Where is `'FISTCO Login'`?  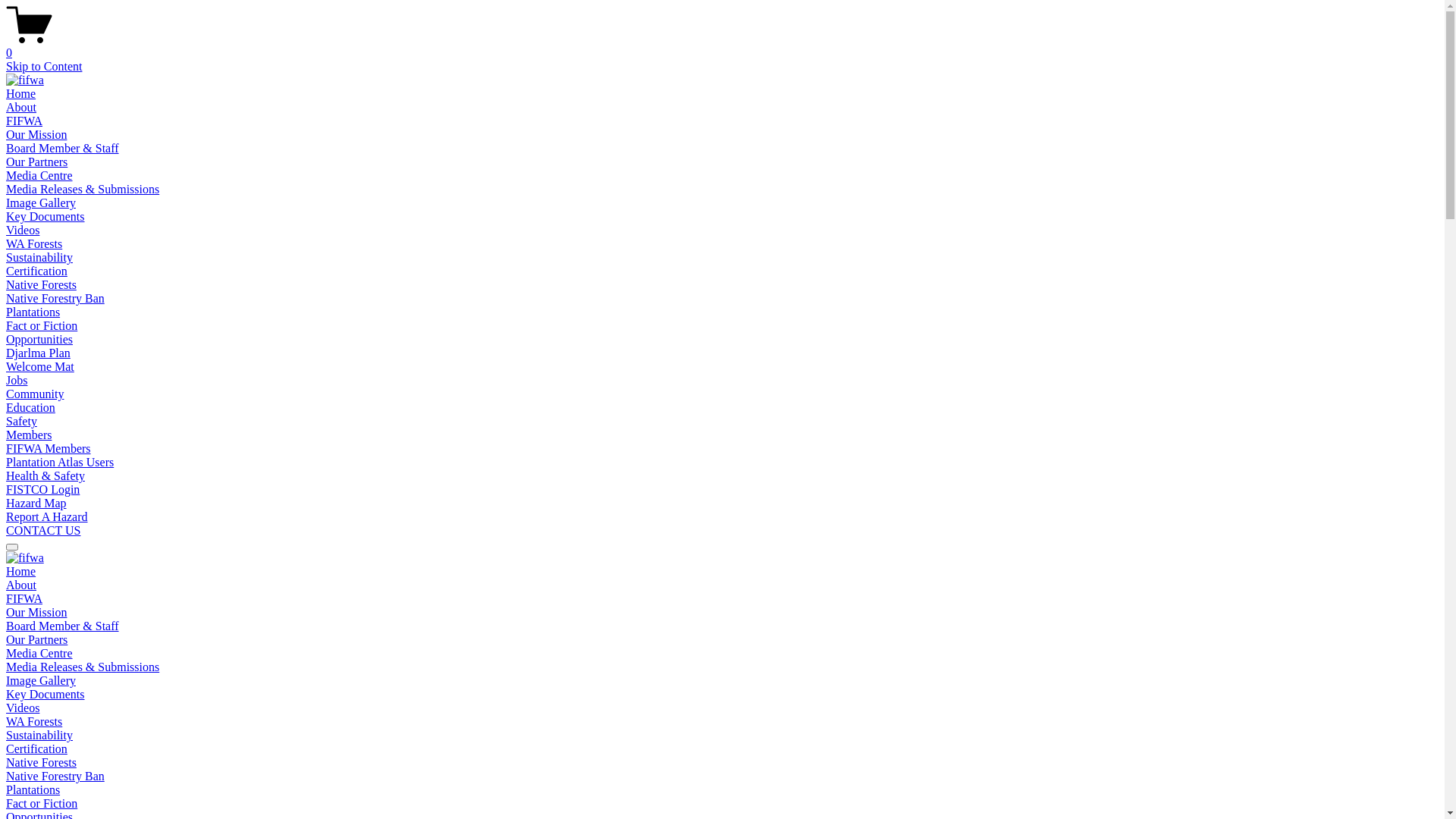 'FISTCO Login' is located at coordinates (42, 489).